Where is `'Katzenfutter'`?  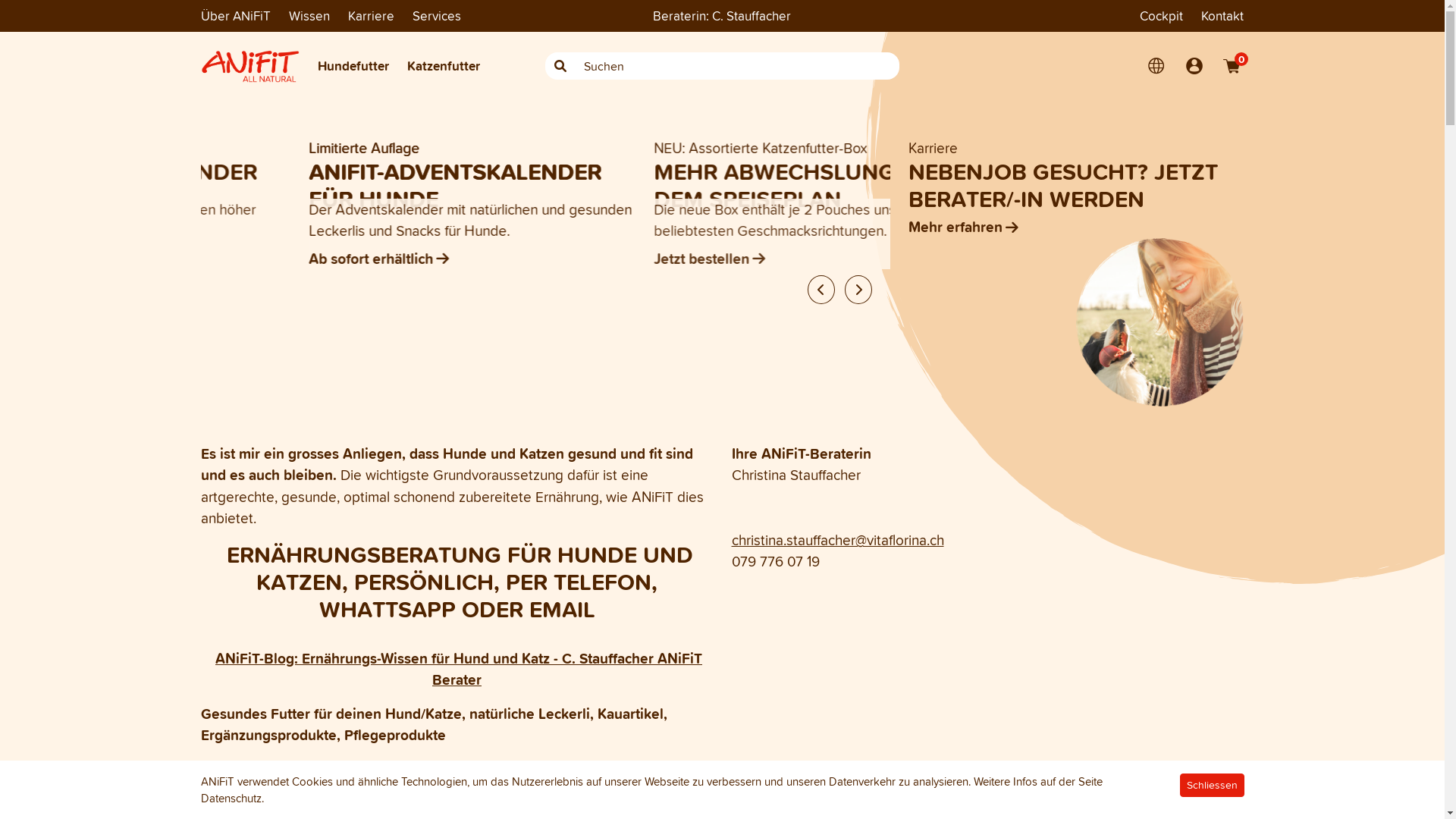
'Katzenfutter' is located at coordinates (442, 65).